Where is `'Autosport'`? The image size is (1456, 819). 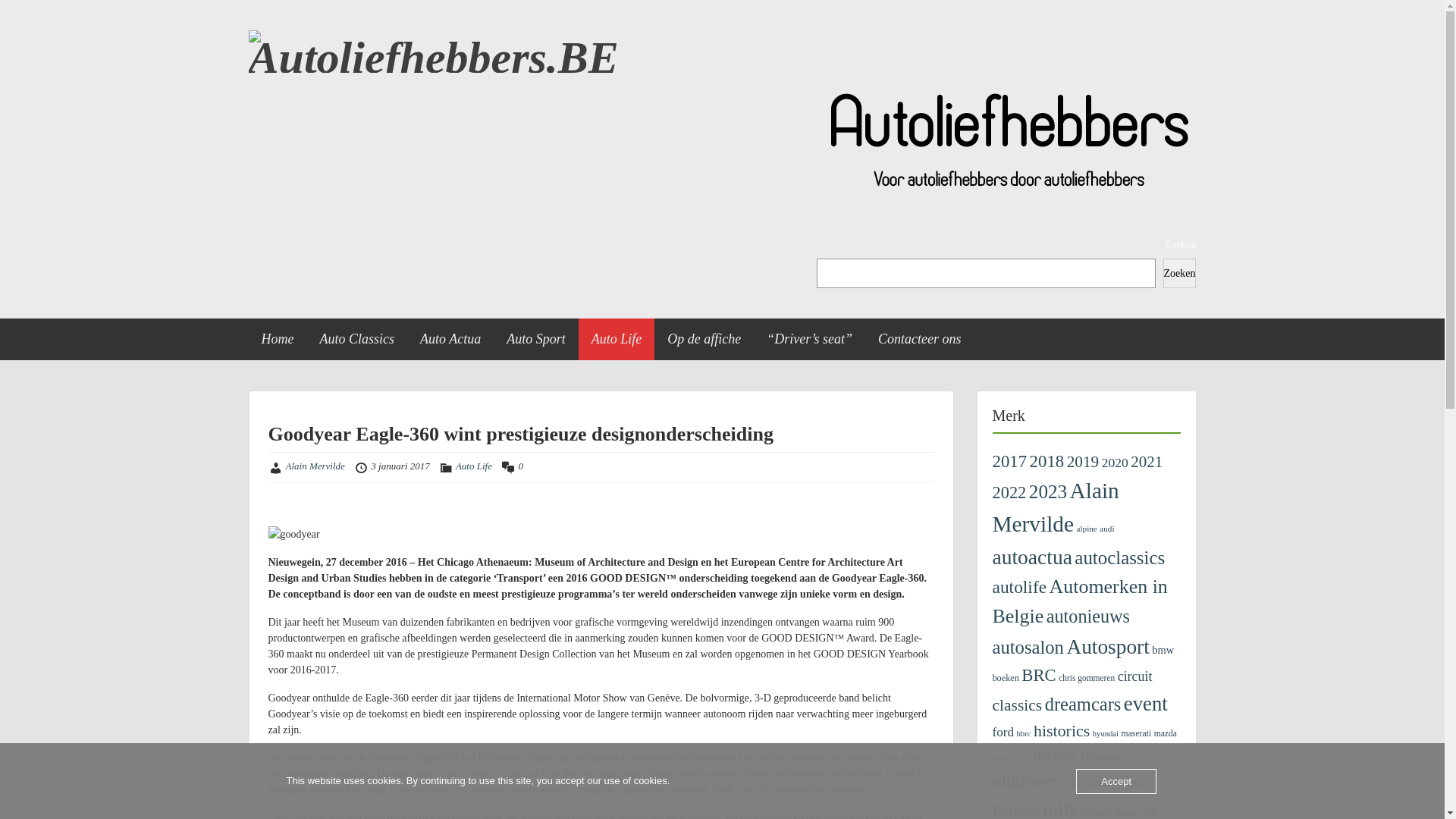
'Autosport' is located at coordinates (1065, 646).